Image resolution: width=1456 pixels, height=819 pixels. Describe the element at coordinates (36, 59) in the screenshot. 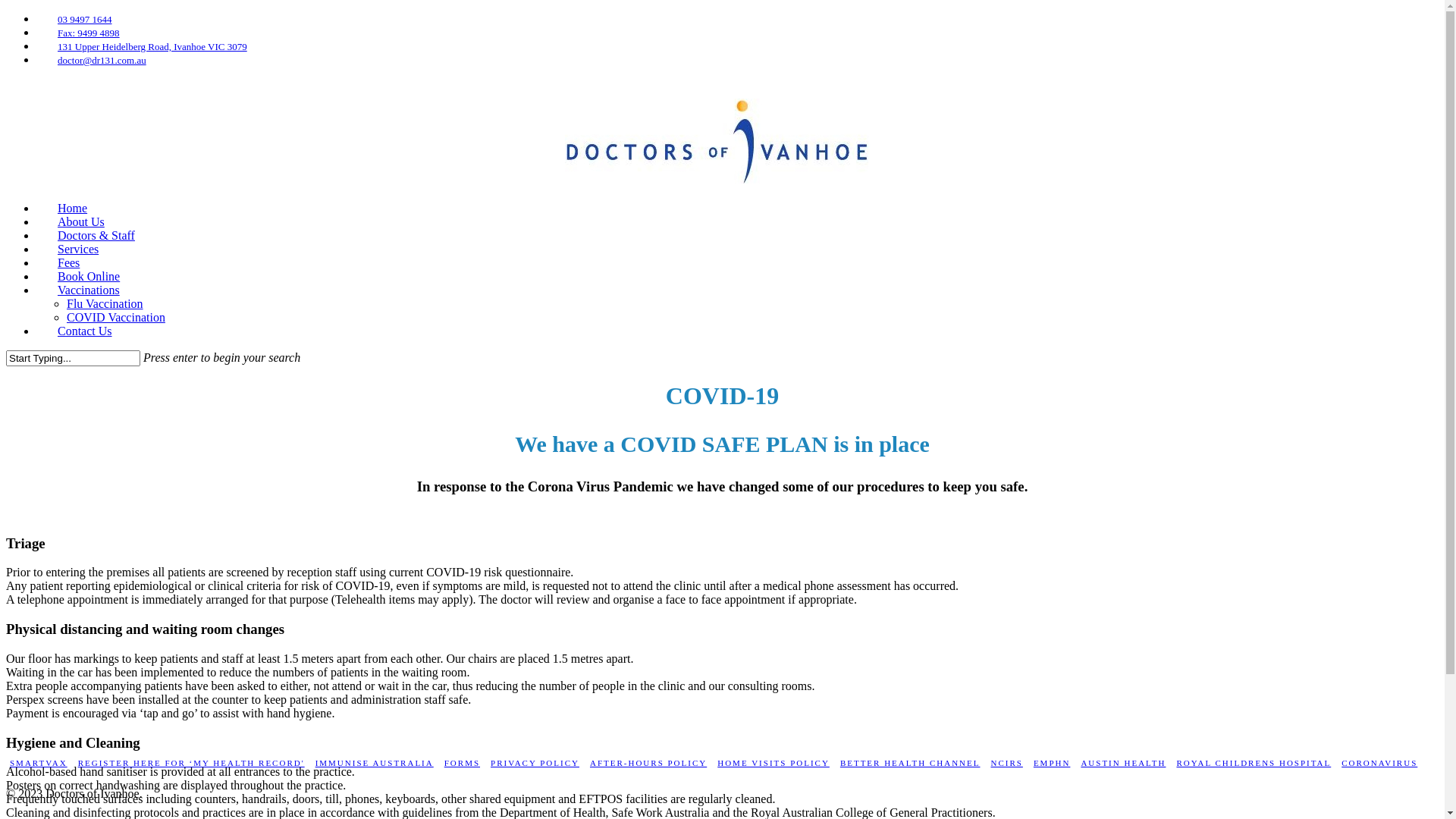

I see `'doctor@dr131.com.au'` at that location.